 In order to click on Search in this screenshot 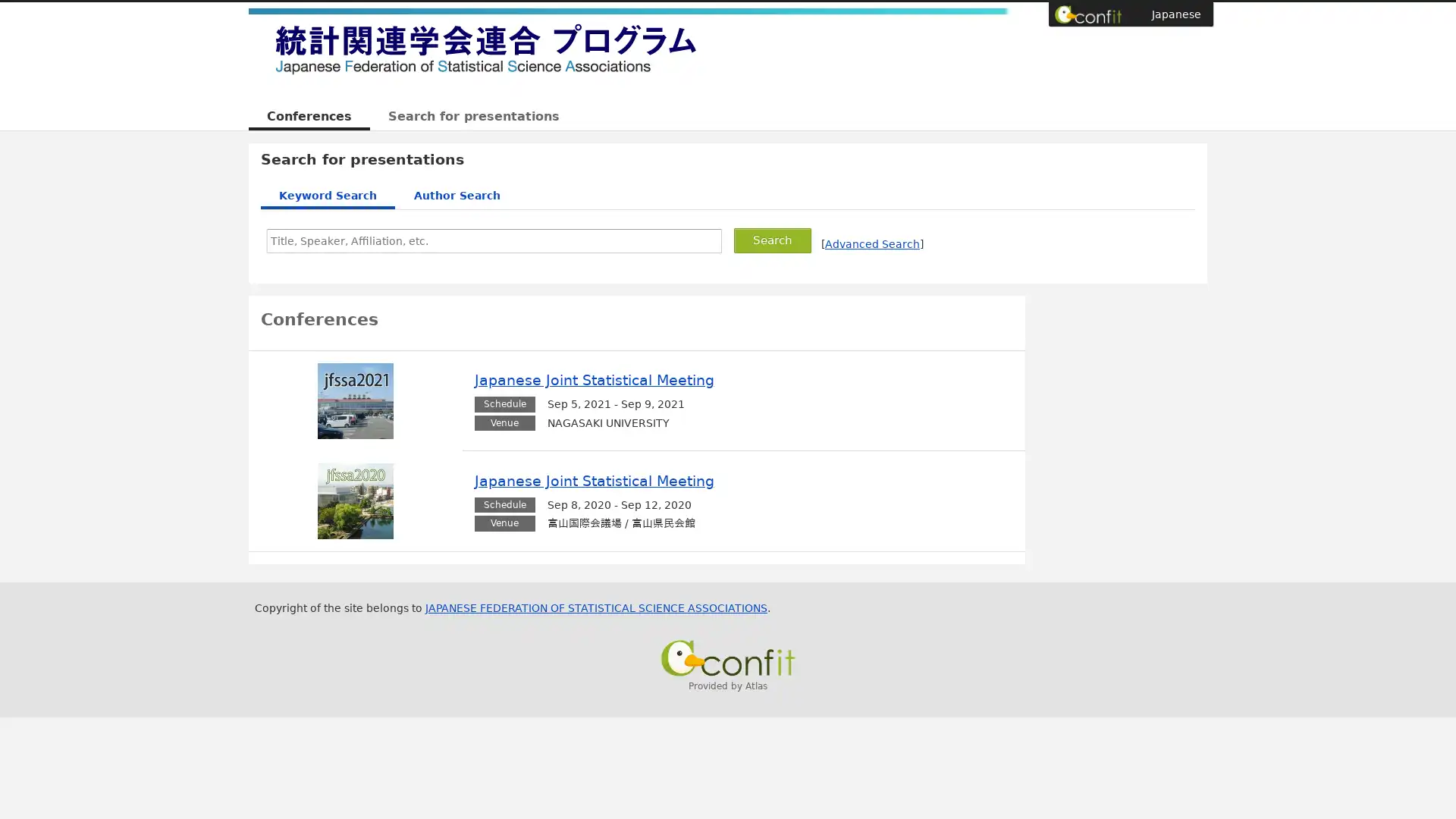, I will do `click(772, 239)`.